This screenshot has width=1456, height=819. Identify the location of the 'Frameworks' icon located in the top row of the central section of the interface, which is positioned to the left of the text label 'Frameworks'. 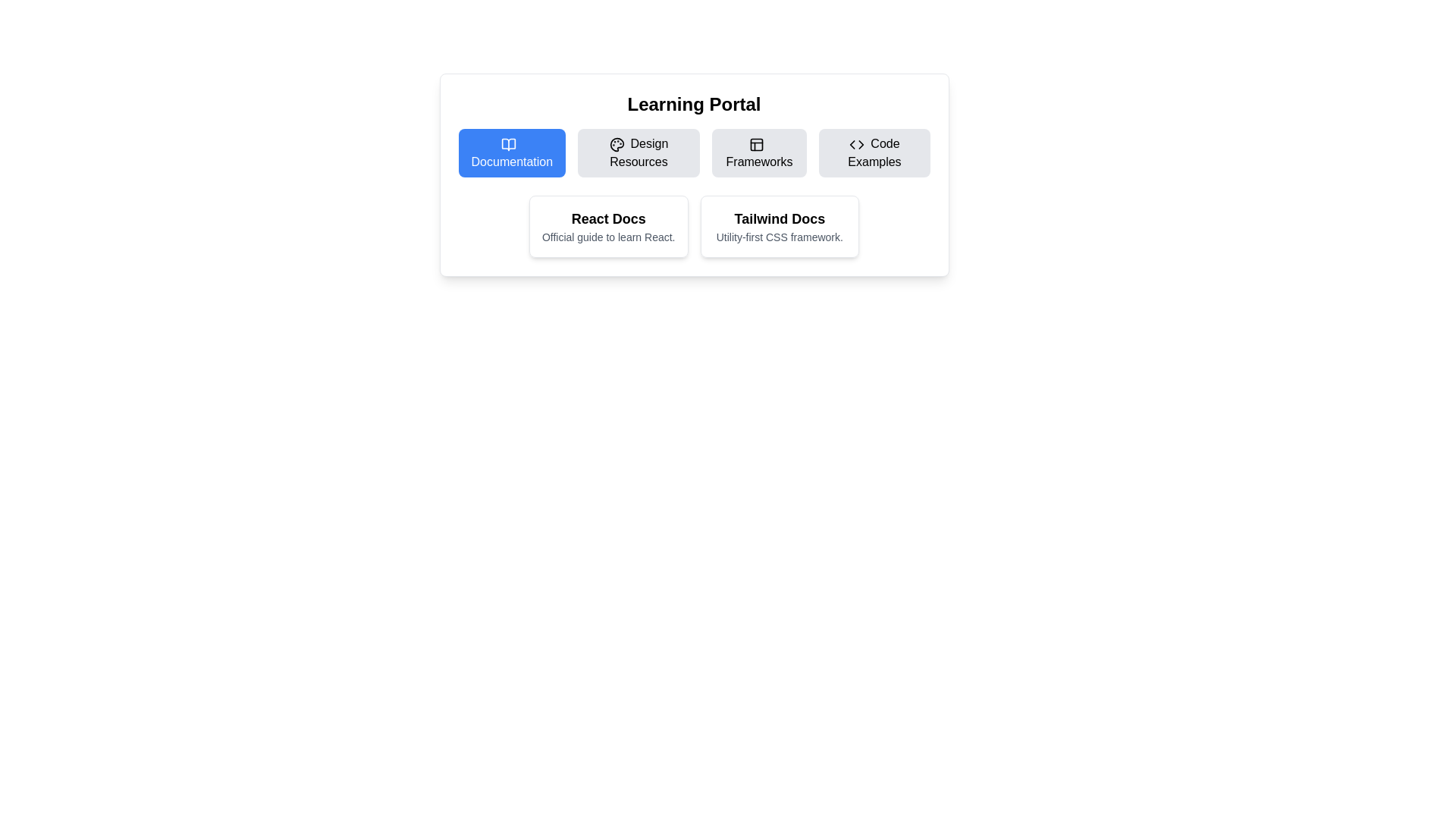
(756, 144).